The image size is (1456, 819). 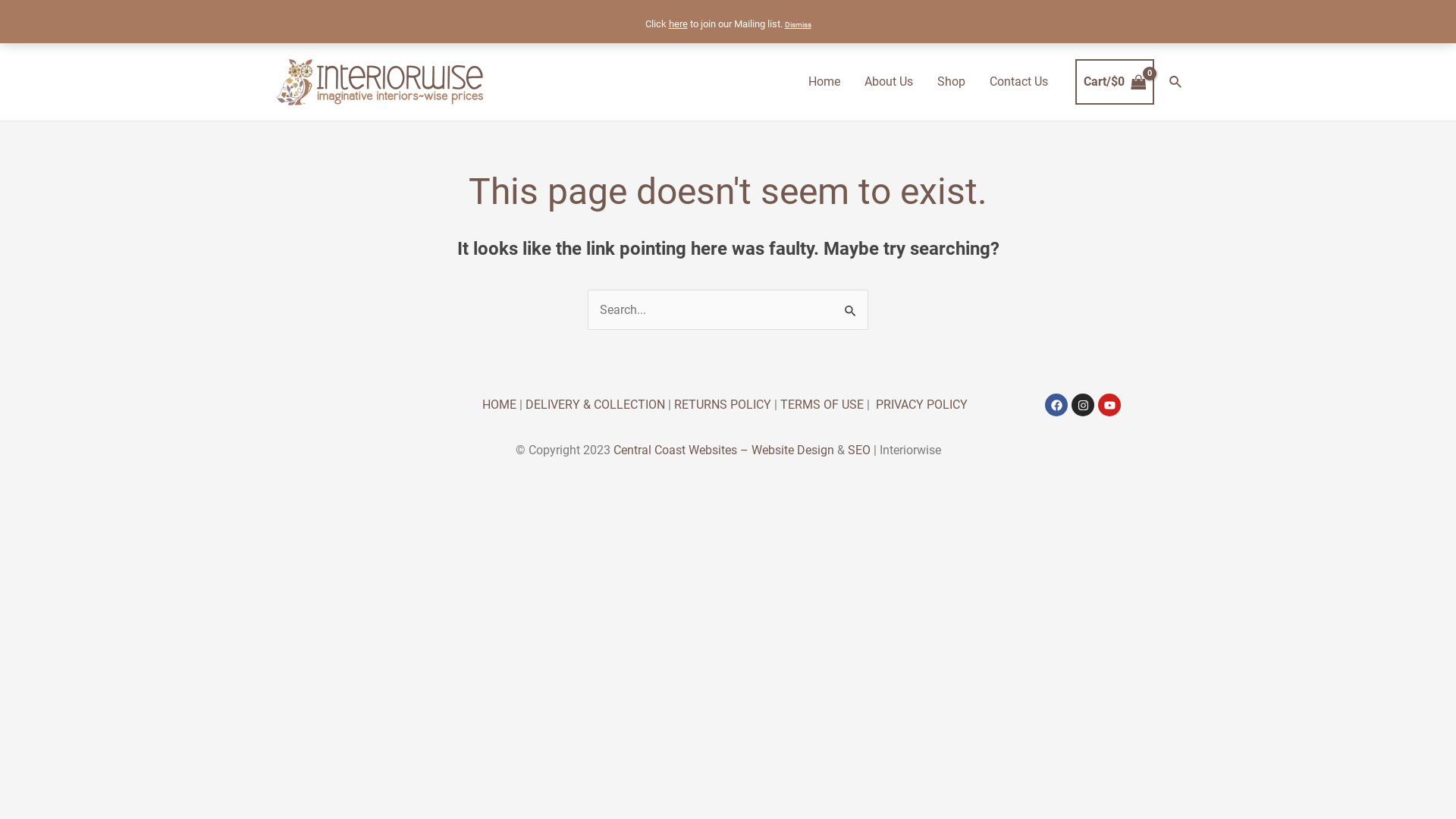 What do you see at coordinates (1082, 403) in the screenshot?
I see `'Instagram'` at bounding box center [1082, 403].